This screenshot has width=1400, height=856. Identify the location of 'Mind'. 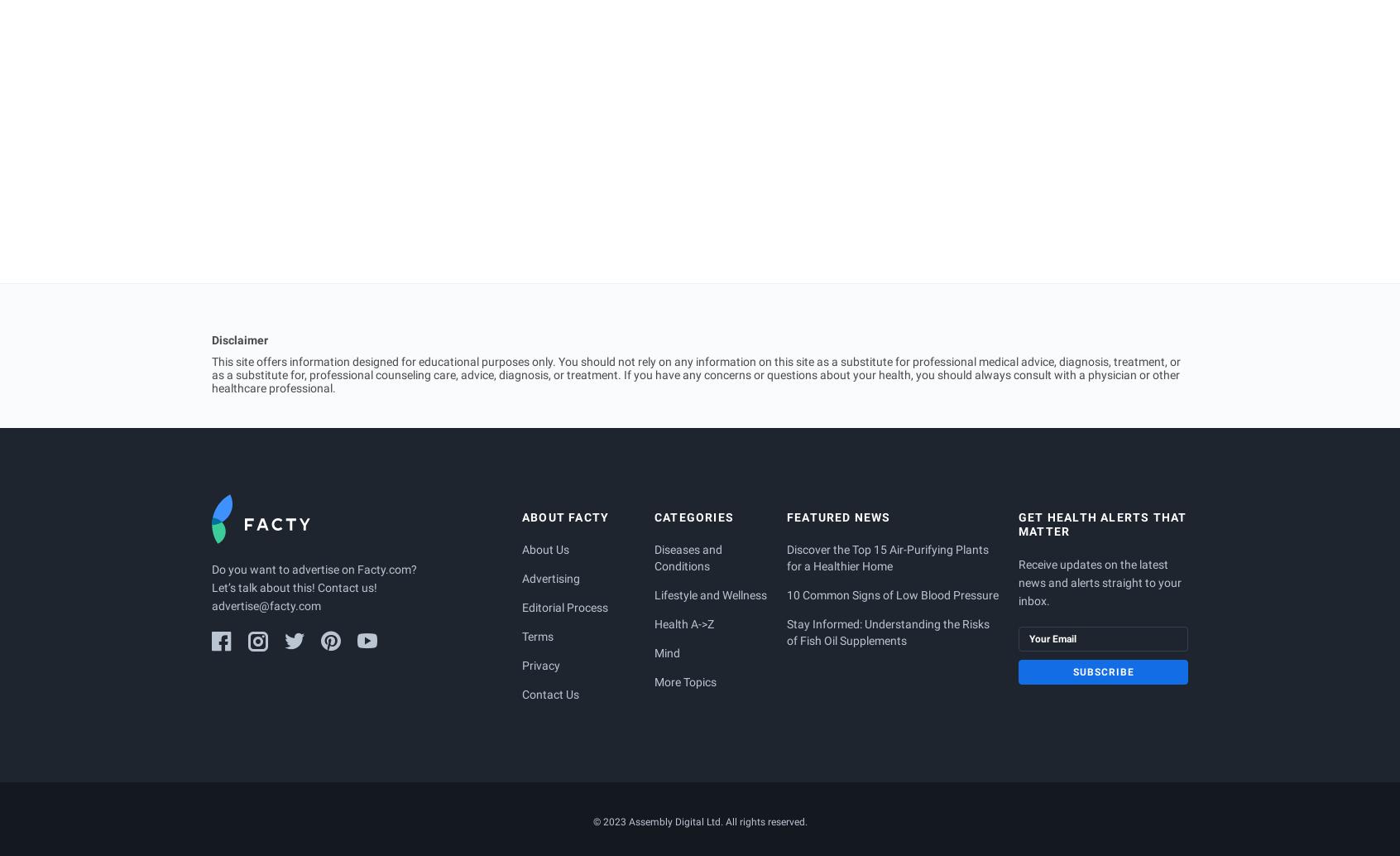
(667, 652).